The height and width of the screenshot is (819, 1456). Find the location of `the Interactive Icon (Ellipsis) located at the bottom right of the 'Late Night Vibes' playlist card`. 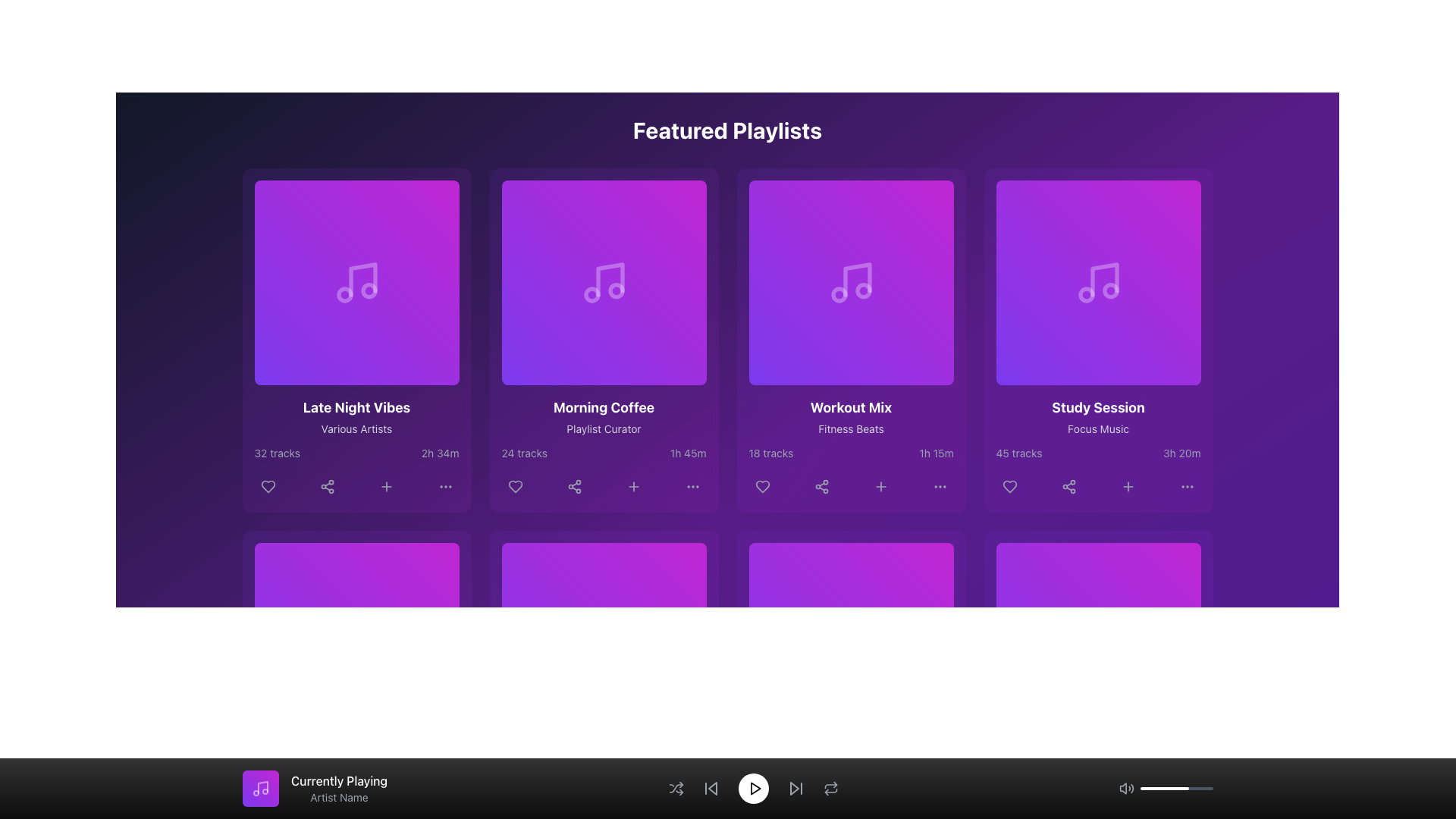

the Interactive Icon (Ellipsis) located at the bottom right of the 'Late Night Vibes' playlist card is located at coordinates (444, 486).